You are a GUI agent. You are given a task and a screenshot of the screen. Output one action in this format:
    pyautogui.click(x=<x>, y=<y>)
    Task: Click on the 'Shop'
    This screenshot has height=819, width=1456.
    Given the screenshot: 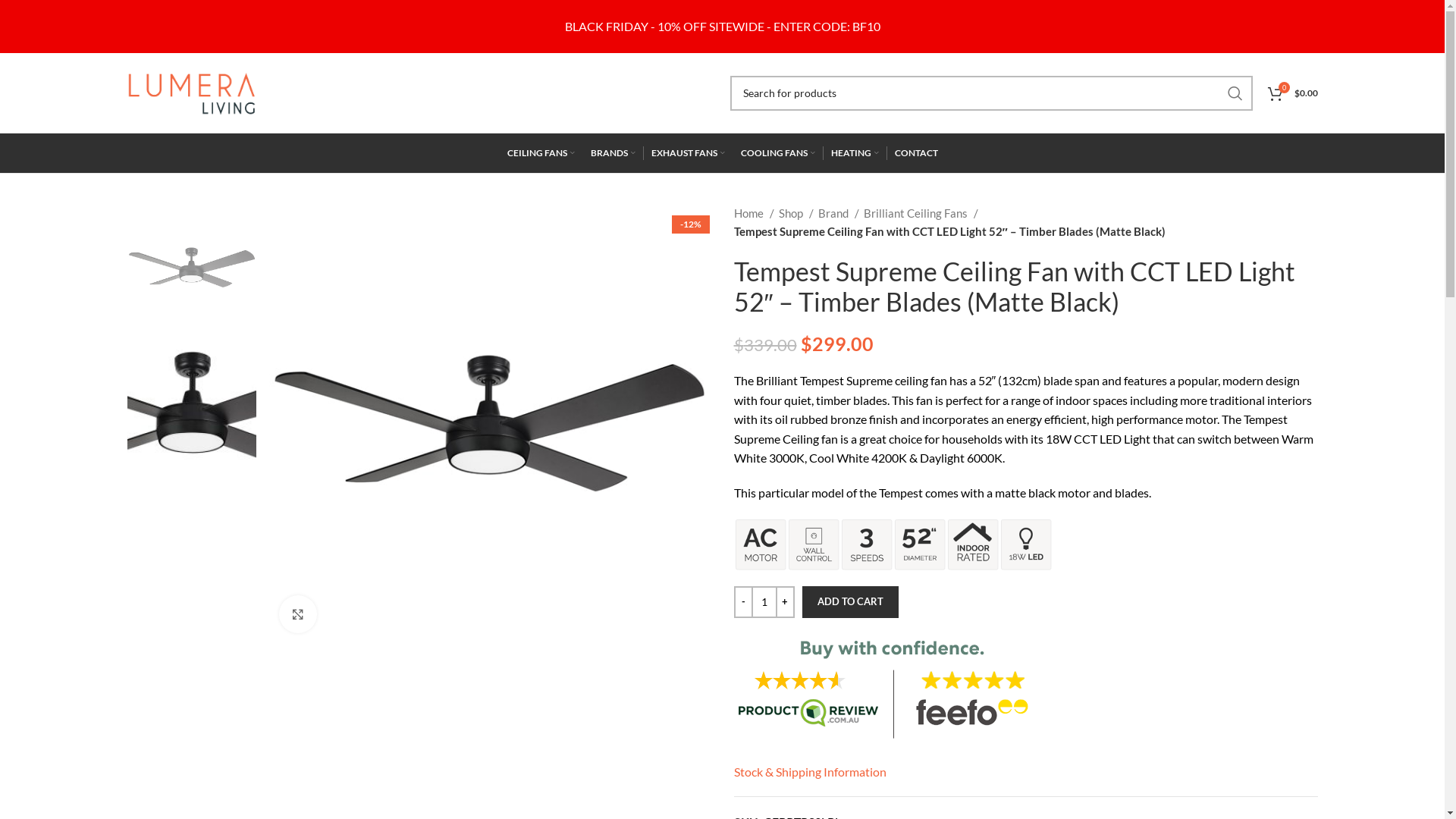 What is the action you would take?
    pyautogui.click(x=795, y=213)
    